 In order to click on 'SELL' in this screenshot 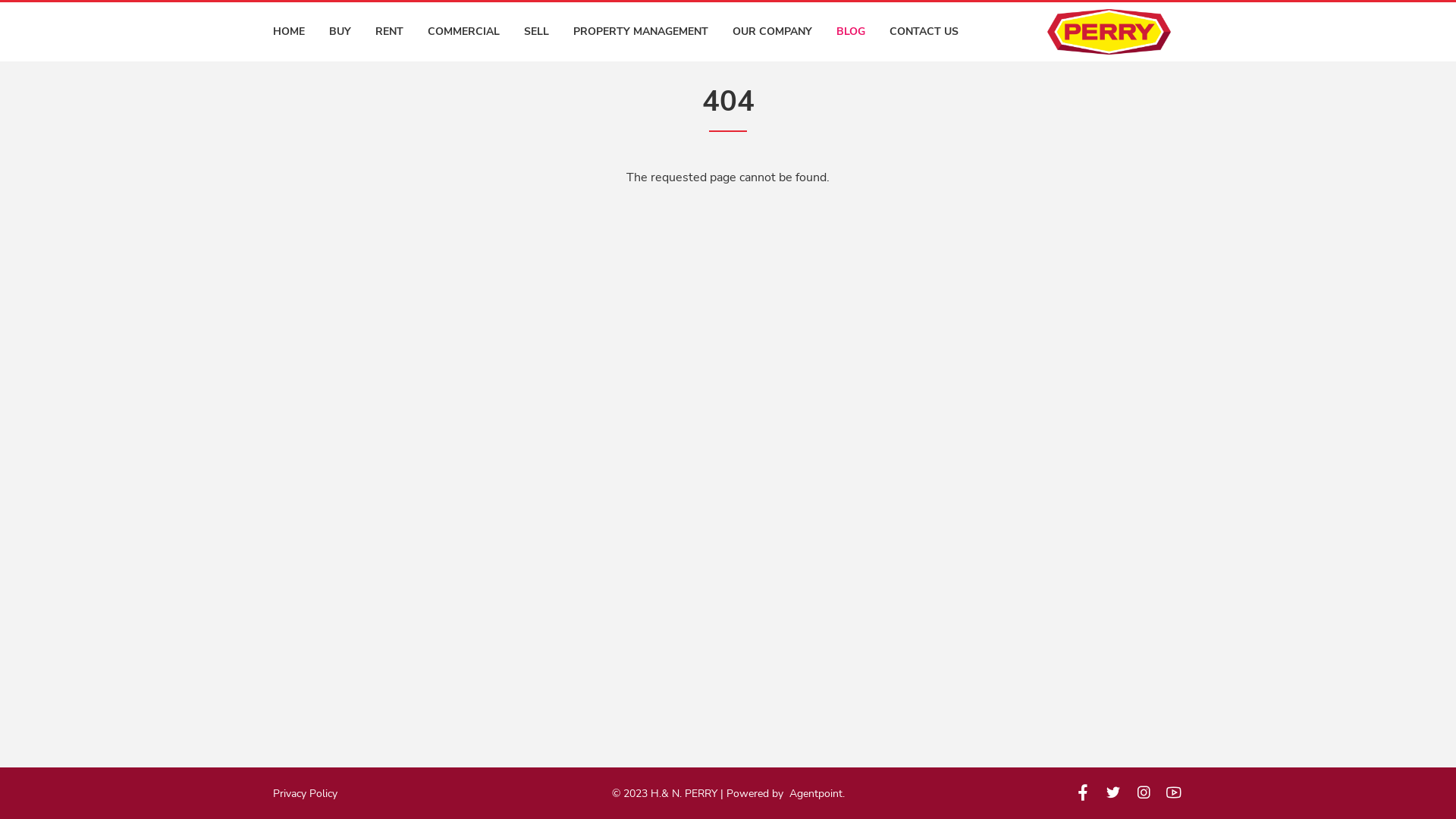, I will do `click(524, 32)`.